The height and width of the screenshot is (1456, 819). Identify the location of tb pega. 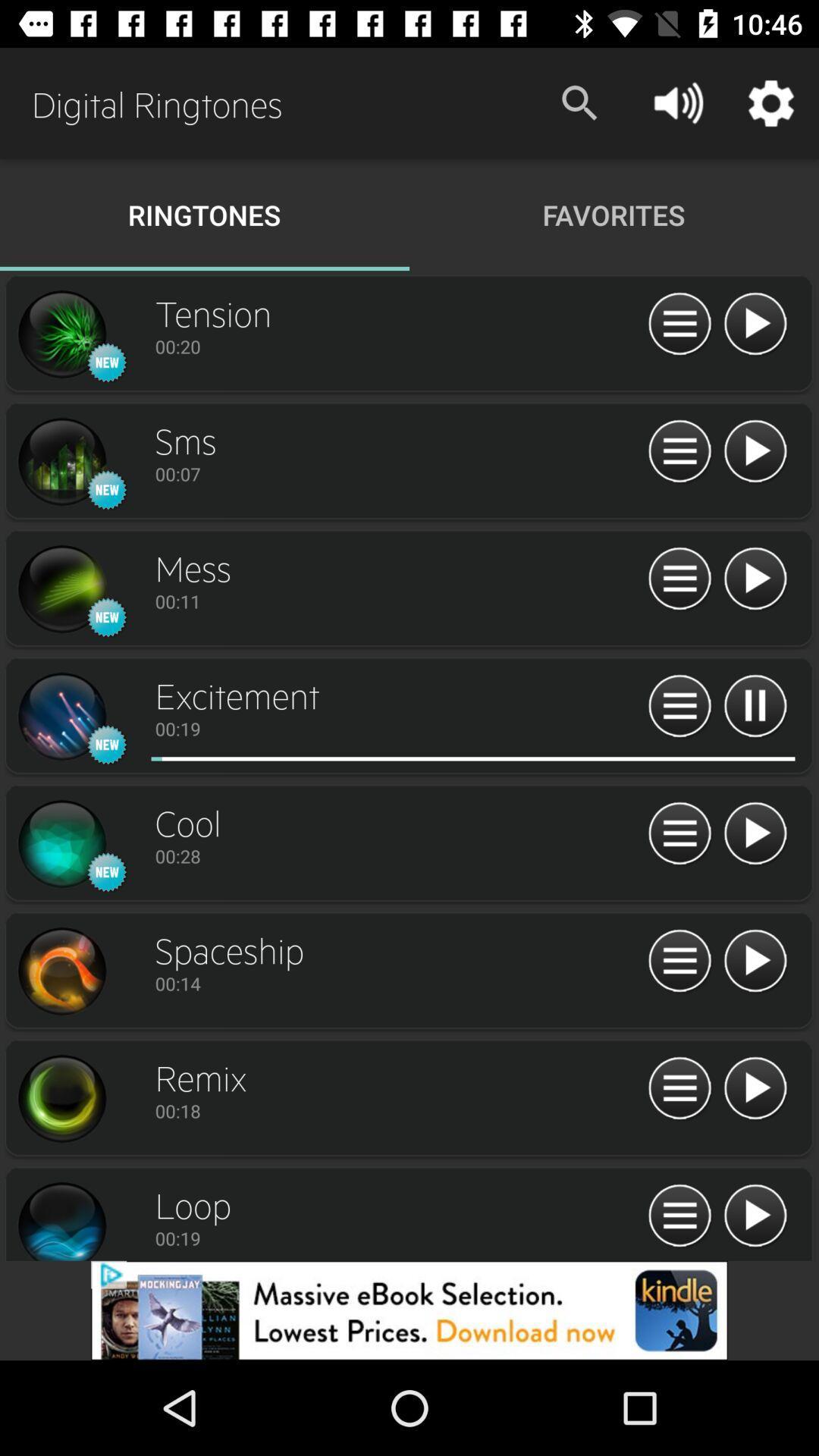
(61, 1219).